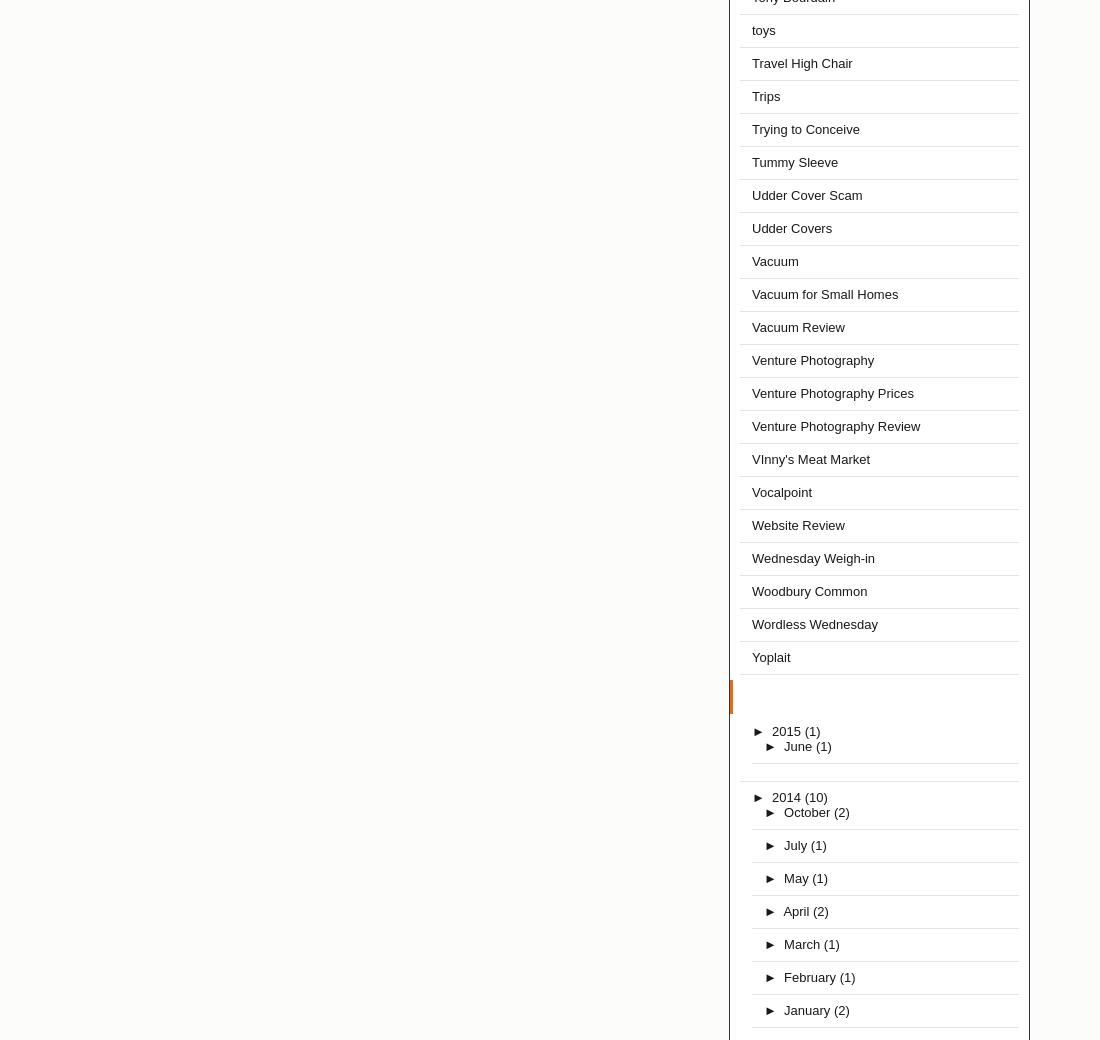  Describe the element at coordinates (750, 459) in the screenshot. I see `'VInny's Meat Market'` at that location.